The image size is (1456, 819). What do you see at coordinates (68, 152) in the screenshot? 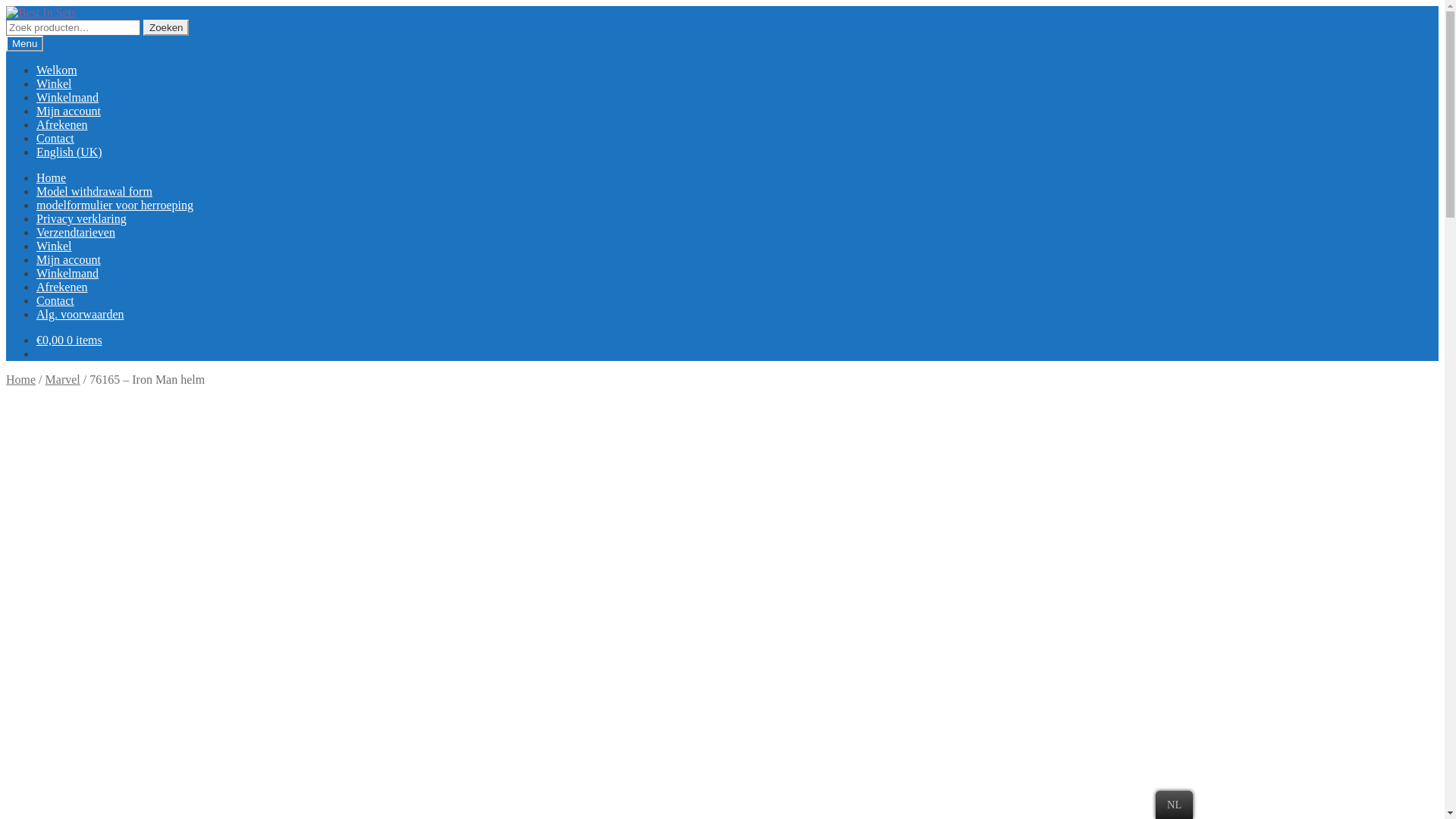
I see `'English (UK)'` at bounding box center [68, 152].